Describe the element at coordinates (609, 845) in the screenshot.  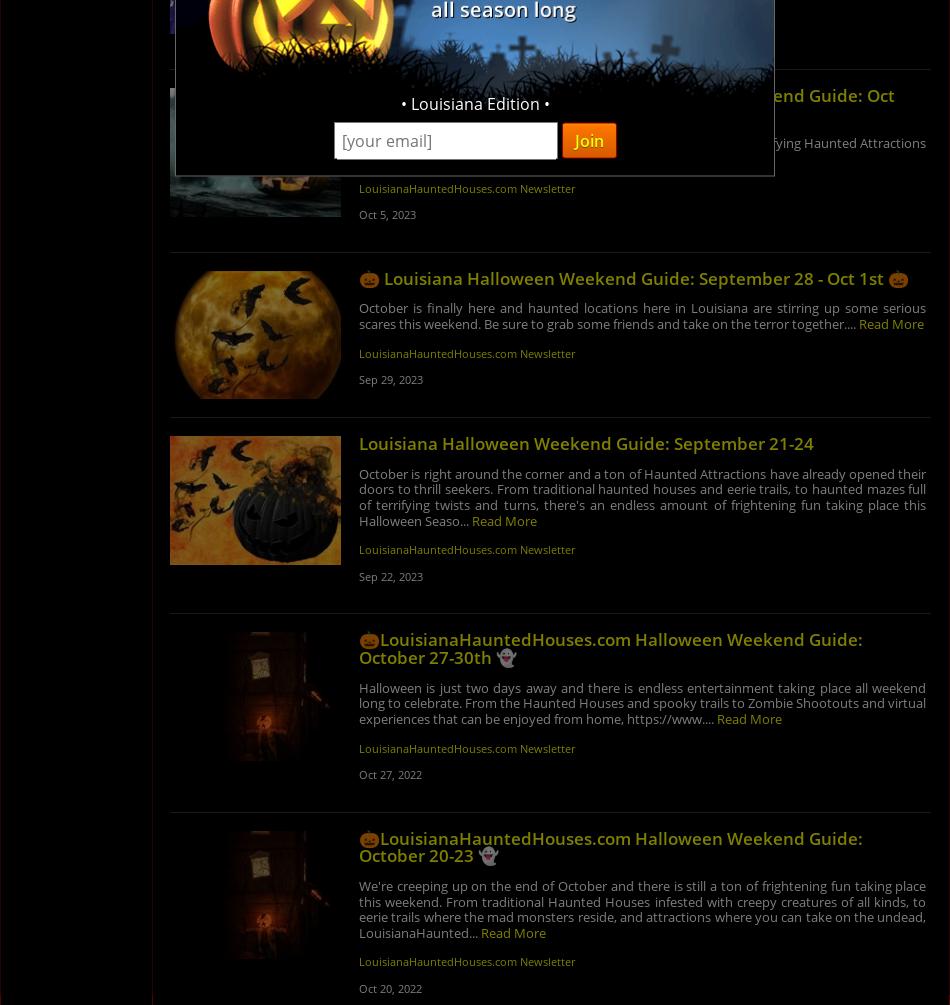
I see `'🎃LouisianaHauntedHouses.com Halloween Weekend Guide: October 20-23 👻'` at that location.